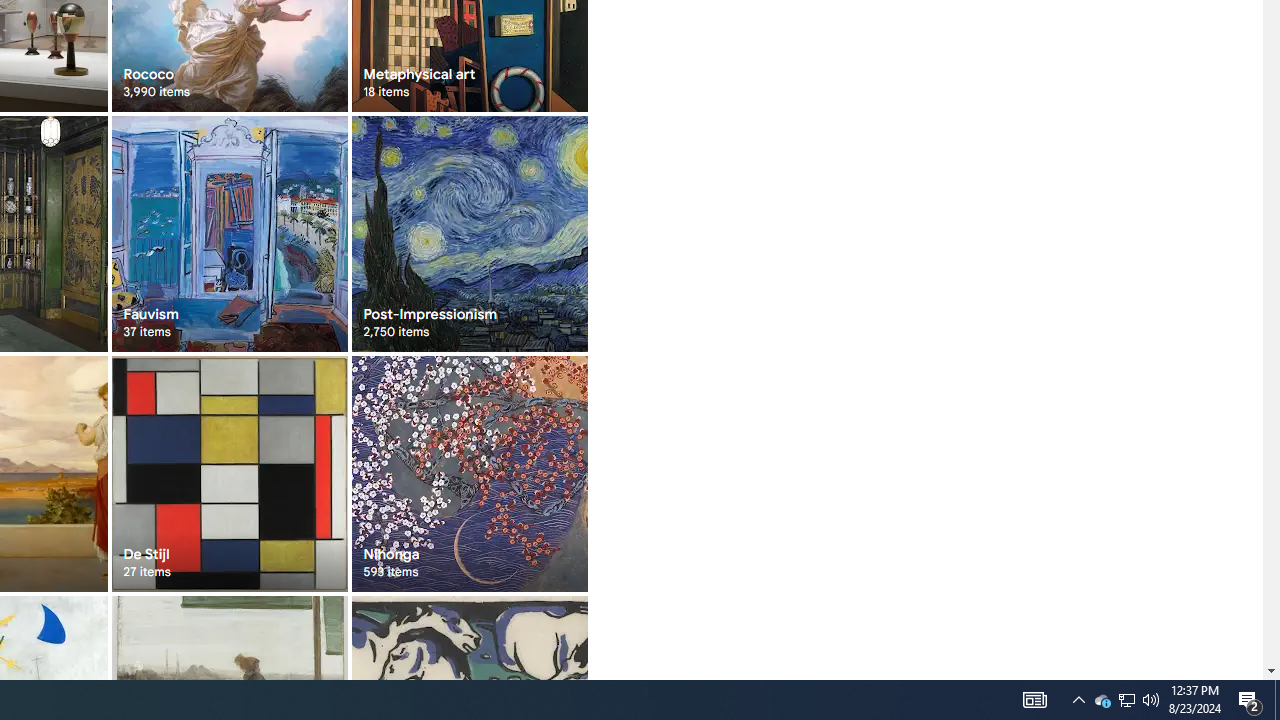 The image size is (1280, 720). What do you see at coordinates (229, 473) in the screenshot?
I see `'De Stijl 27 items'` at bounding box center [229, 473].